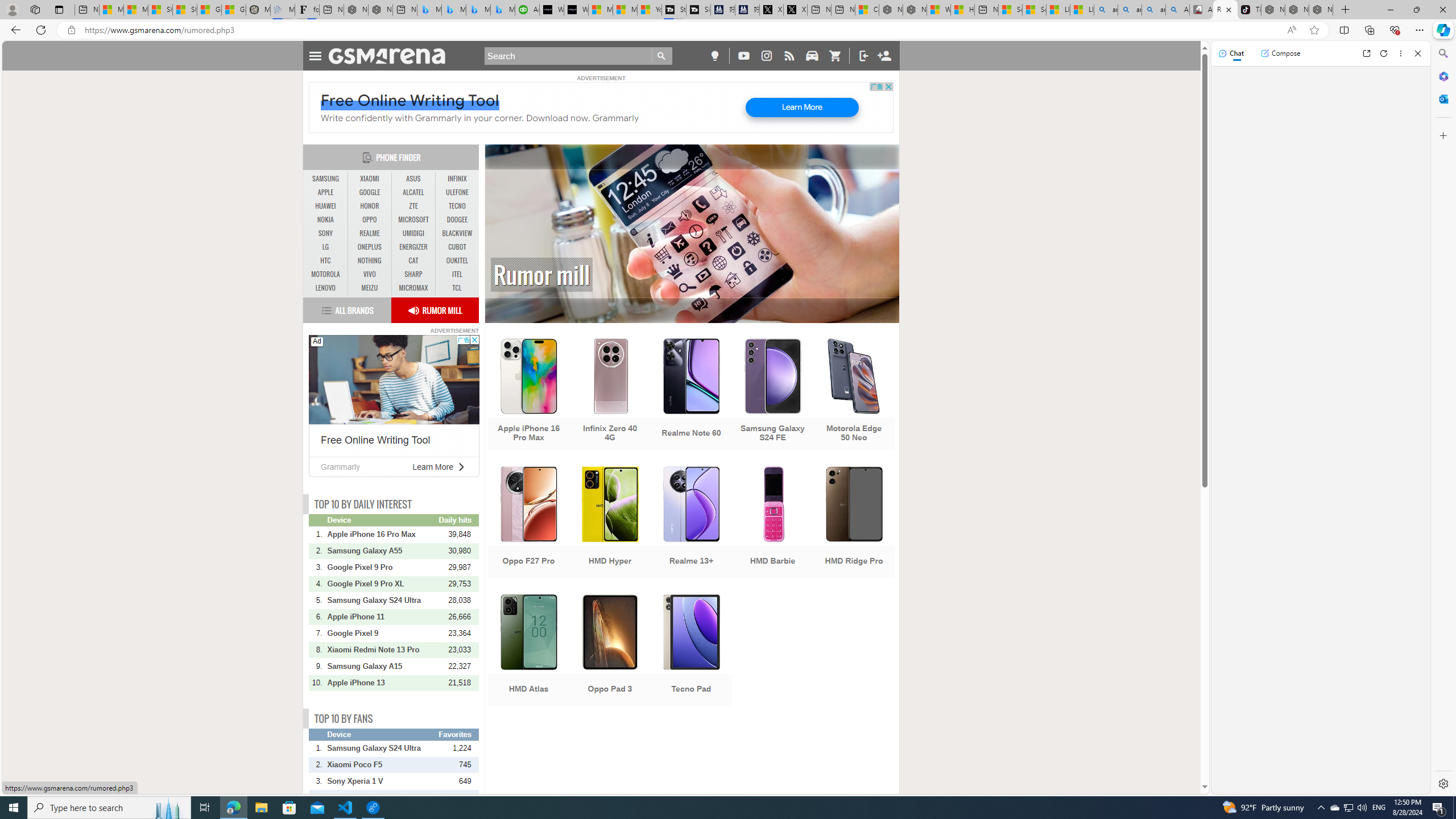  I want to click on 'LENOVO', so click(325, 287).